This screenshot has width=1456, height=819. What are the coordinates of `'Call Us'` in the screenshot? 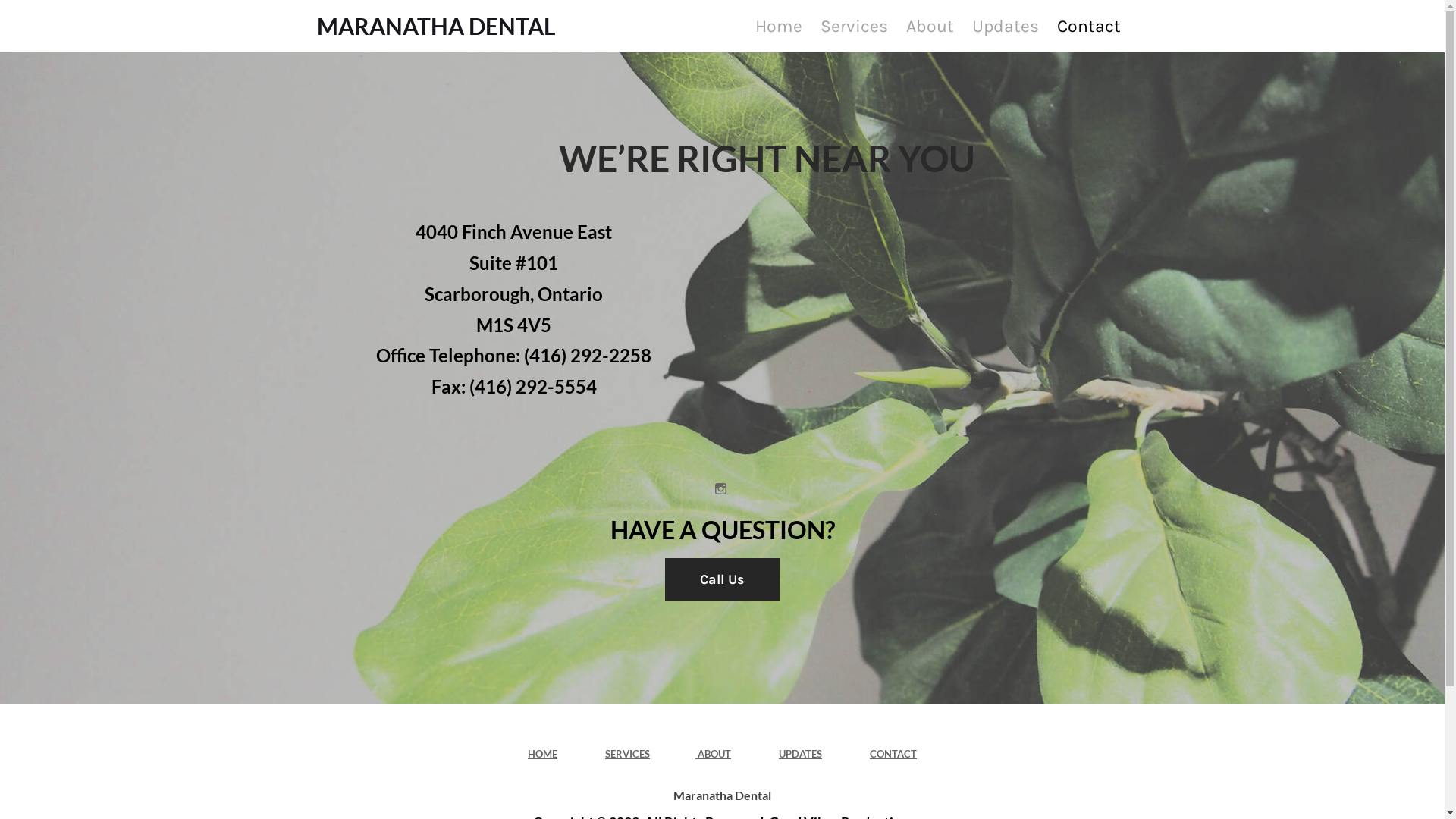 It's located at (721, 579).